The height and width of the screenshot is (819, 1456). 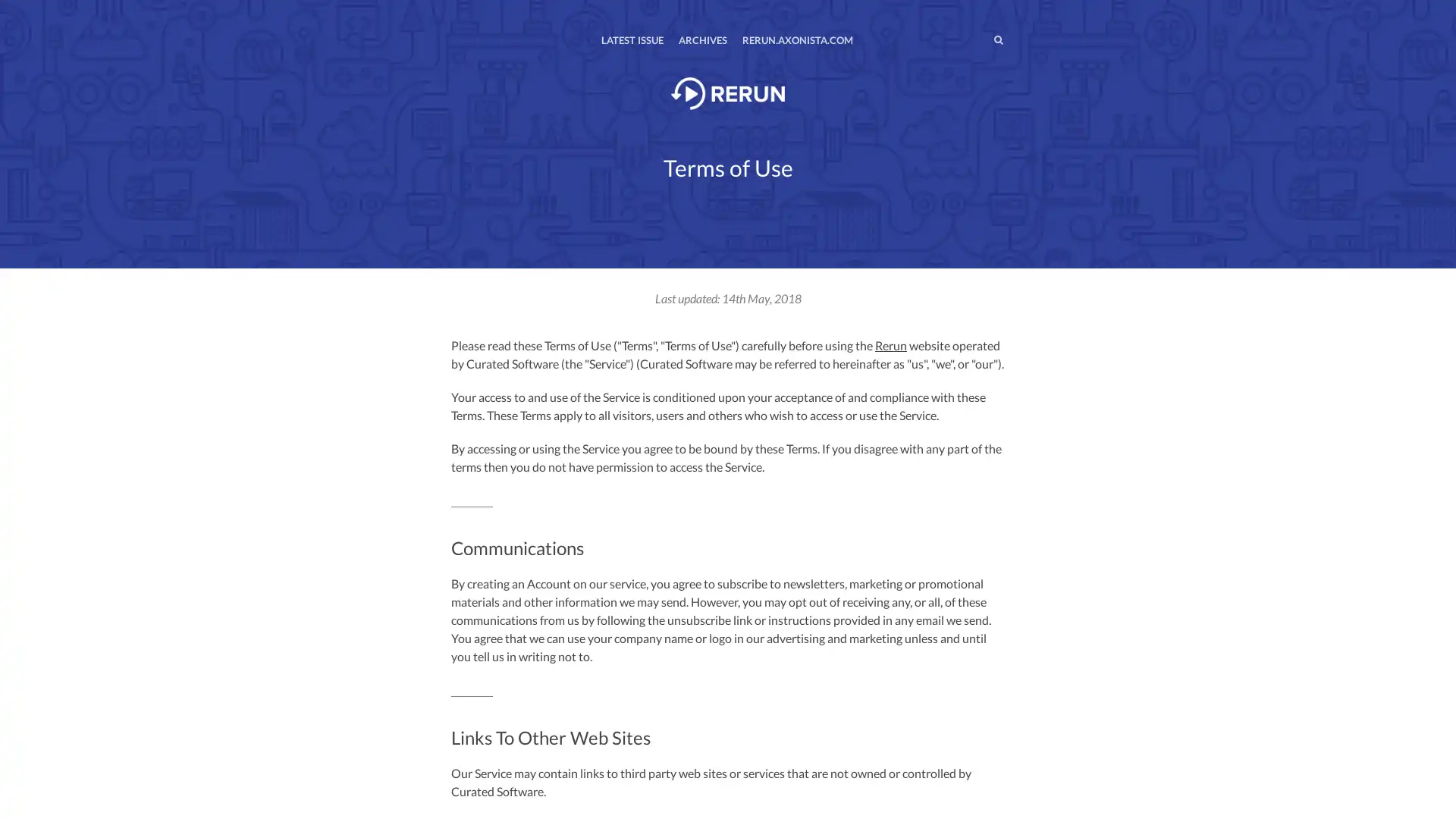 I want to click on TOGGLE MENU, so click(x=453, y=11).